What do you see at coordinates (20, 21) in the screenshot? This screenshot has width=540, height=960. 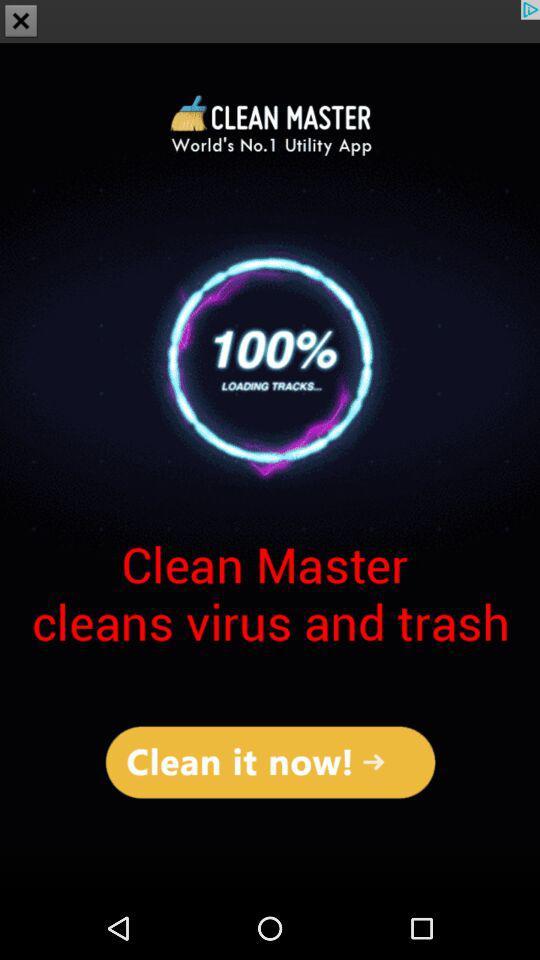 I see `the close icon` at bounding box center [20, 21].